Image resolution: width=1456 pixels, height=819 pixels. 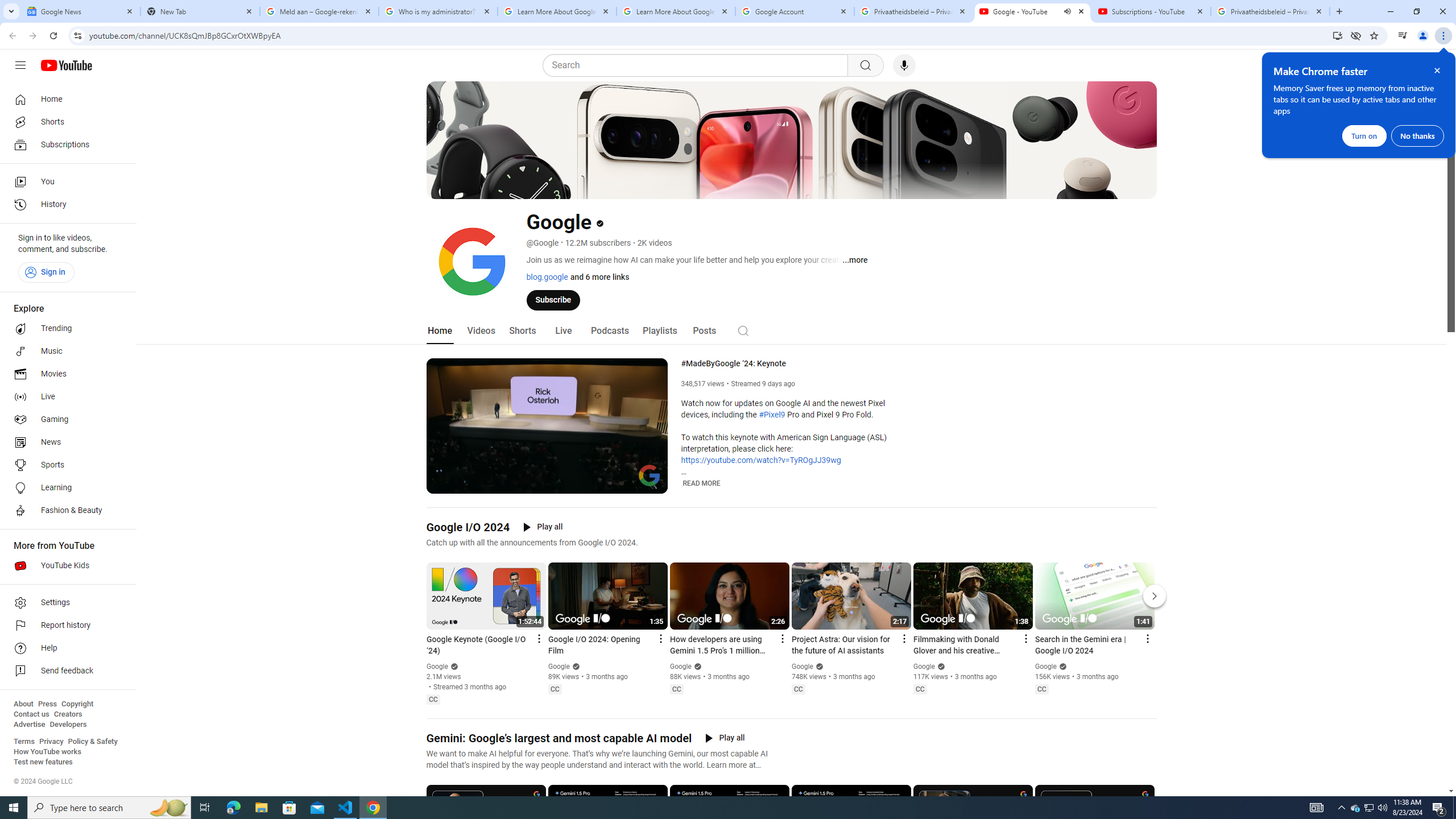 What do you see at coordinates (1150, 11) in the screenshot?
I see `'Subscriptions - YouTube'` at bounding box center [1150, 11].